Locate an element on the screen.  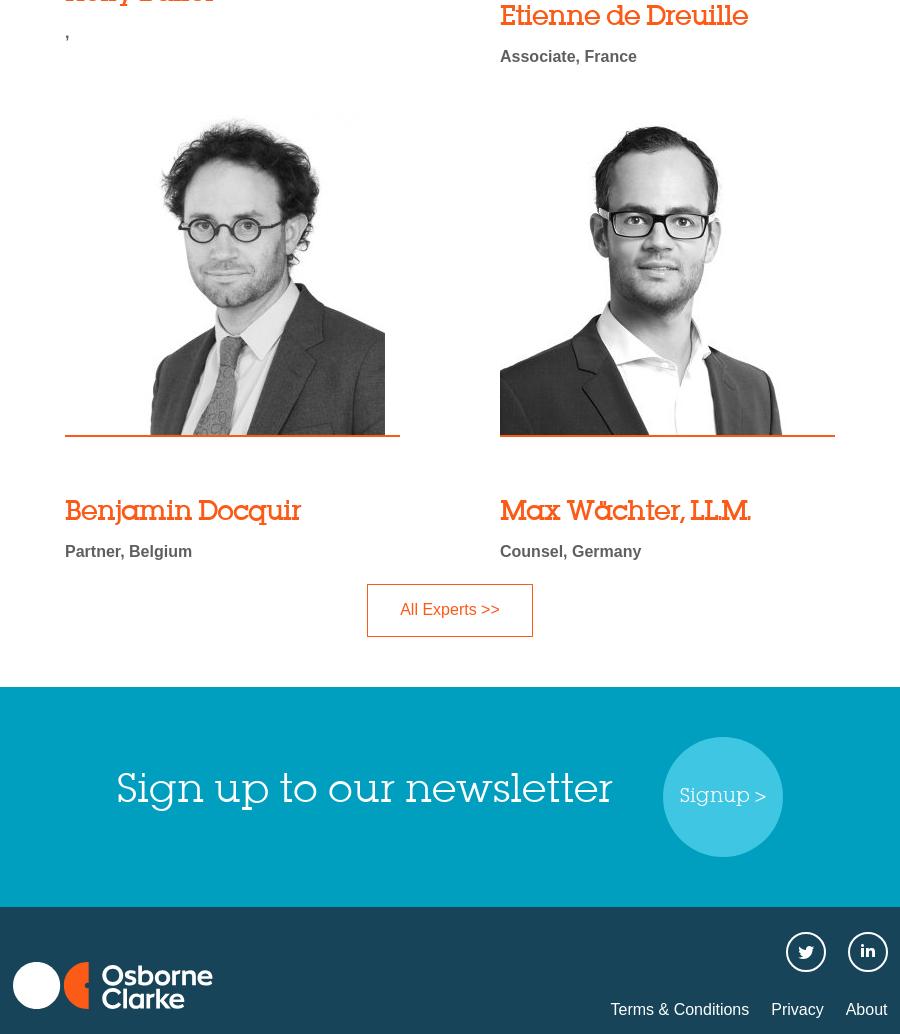
'Etienne de Dreuille' is located at coordinates (499, 16).